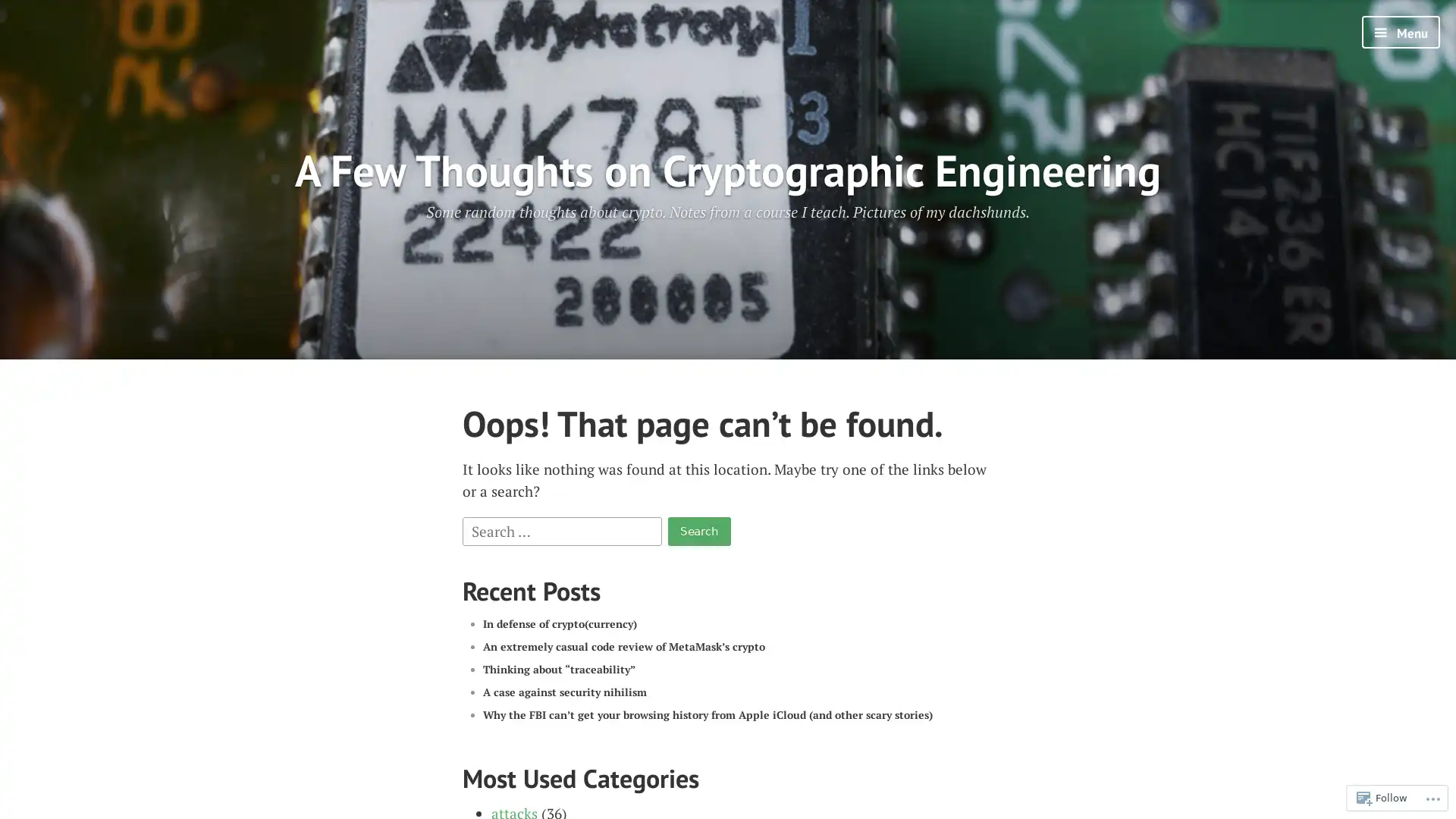  I want to click on Menu, so click(1400, 32).